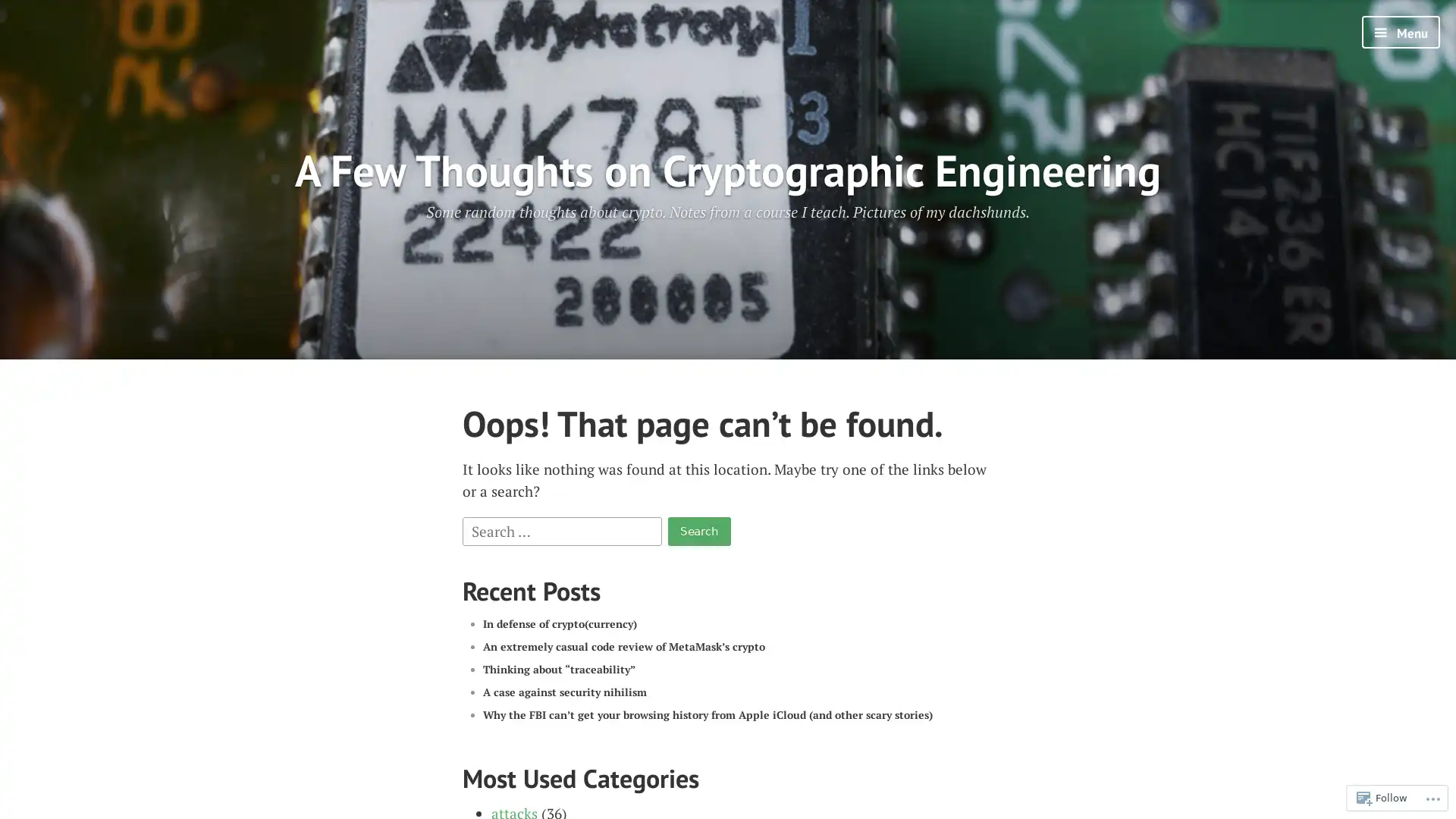  I want to click on Menu, so click(1400, 32).